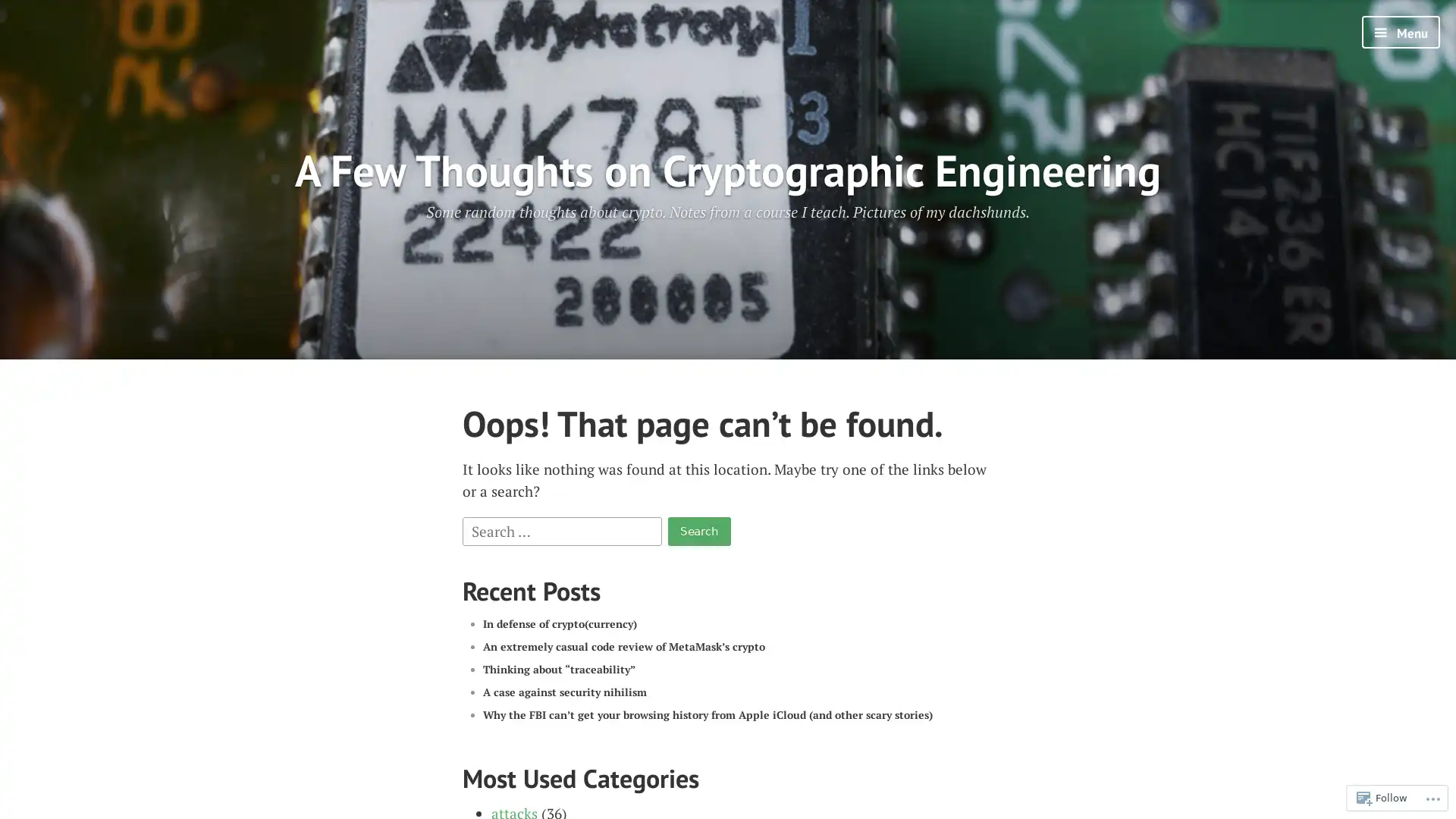  I want to click on Menu, so click(1400, 32).